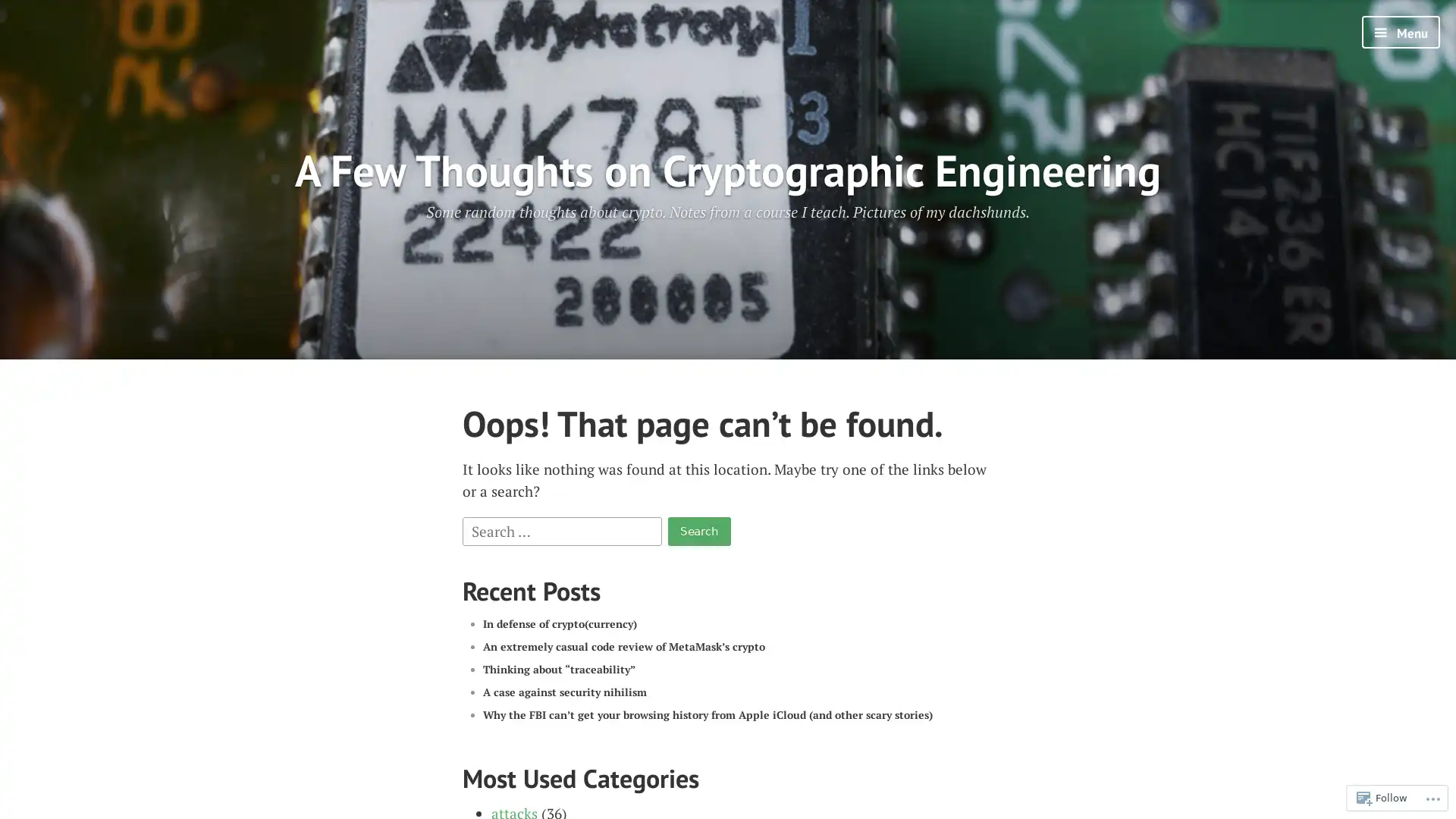  I want to click on Menu, so click(1400, 32).